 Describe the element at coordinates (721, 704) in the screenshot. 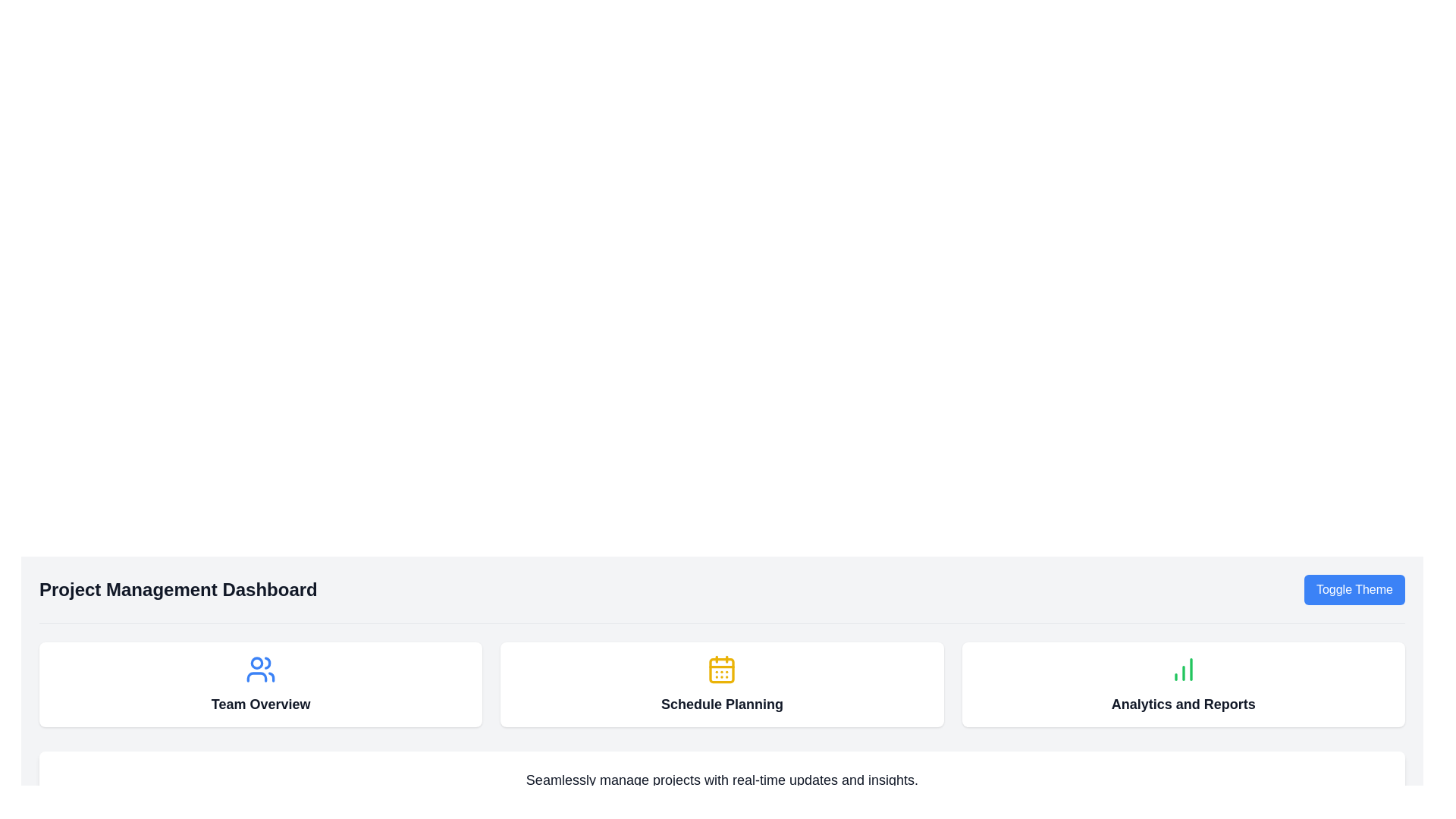

I see `the 'Schedule Planning' text label located in the middle panel of the dashboard, which is positioned below the yellow calendar icon` at that location.